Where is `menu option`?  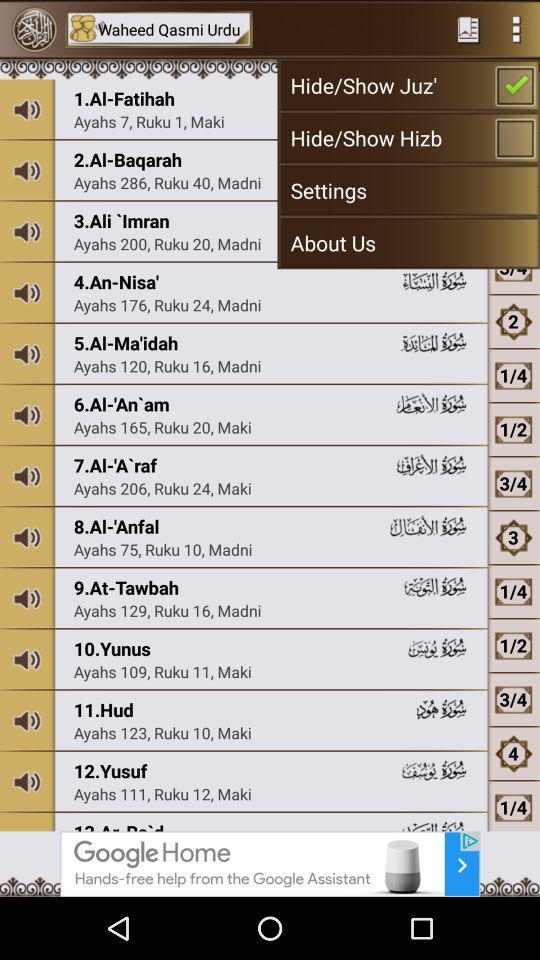 menu option is located at coordinates (516, 28).